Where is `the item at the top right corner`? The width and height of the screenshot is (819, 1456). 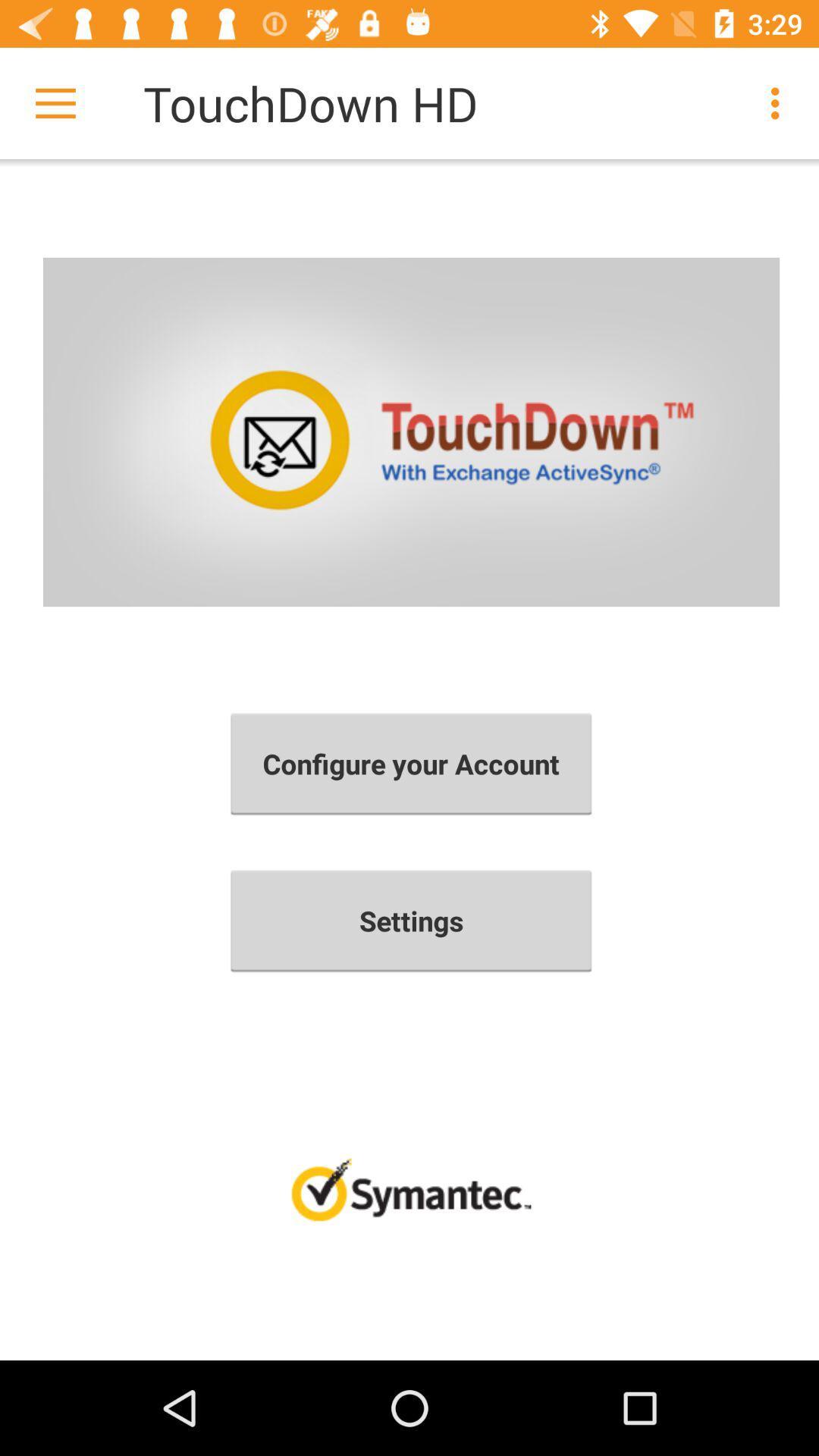 the item at the top right corner is located at coordinates (779, 102).